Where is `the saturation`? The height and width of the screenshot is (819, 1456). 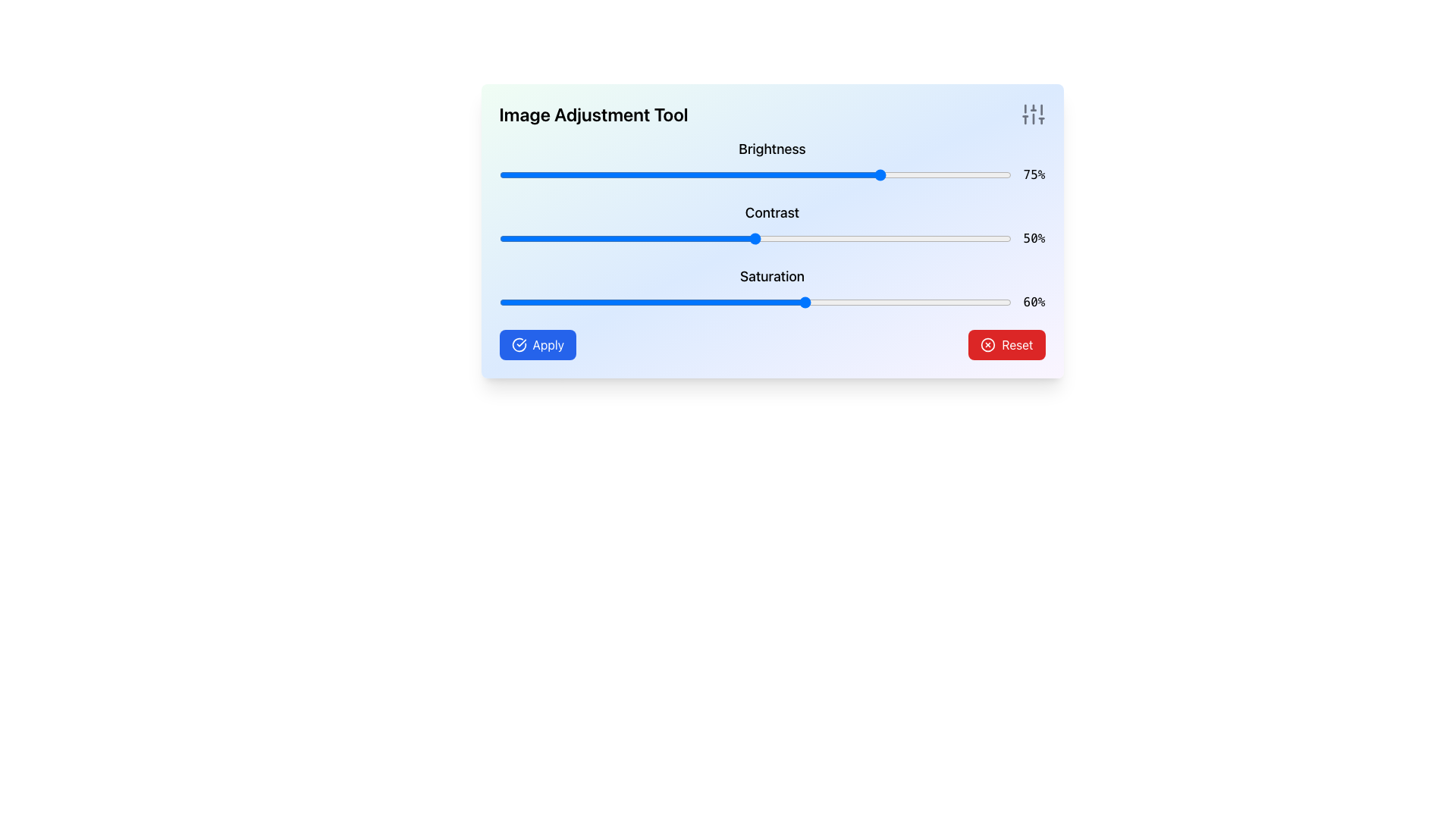 the saturation is located at coordinates (504, 302).